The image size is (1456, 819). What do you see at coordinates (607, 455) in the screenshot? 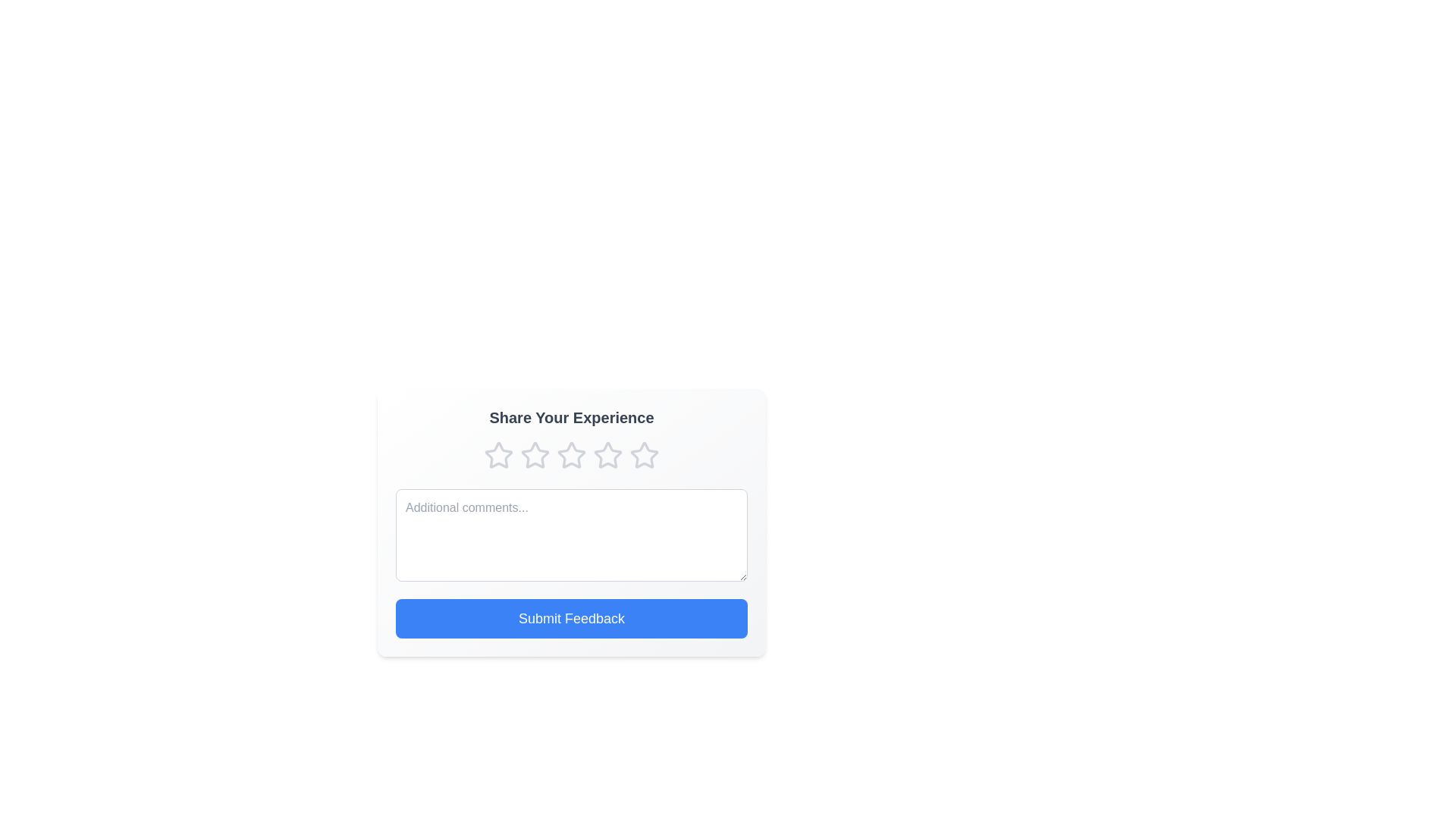
I see `the seventh star rating icon, which is styled with a light gray outline and is located under the title 'Share Your Experience'` at bounding box center [607, 455].